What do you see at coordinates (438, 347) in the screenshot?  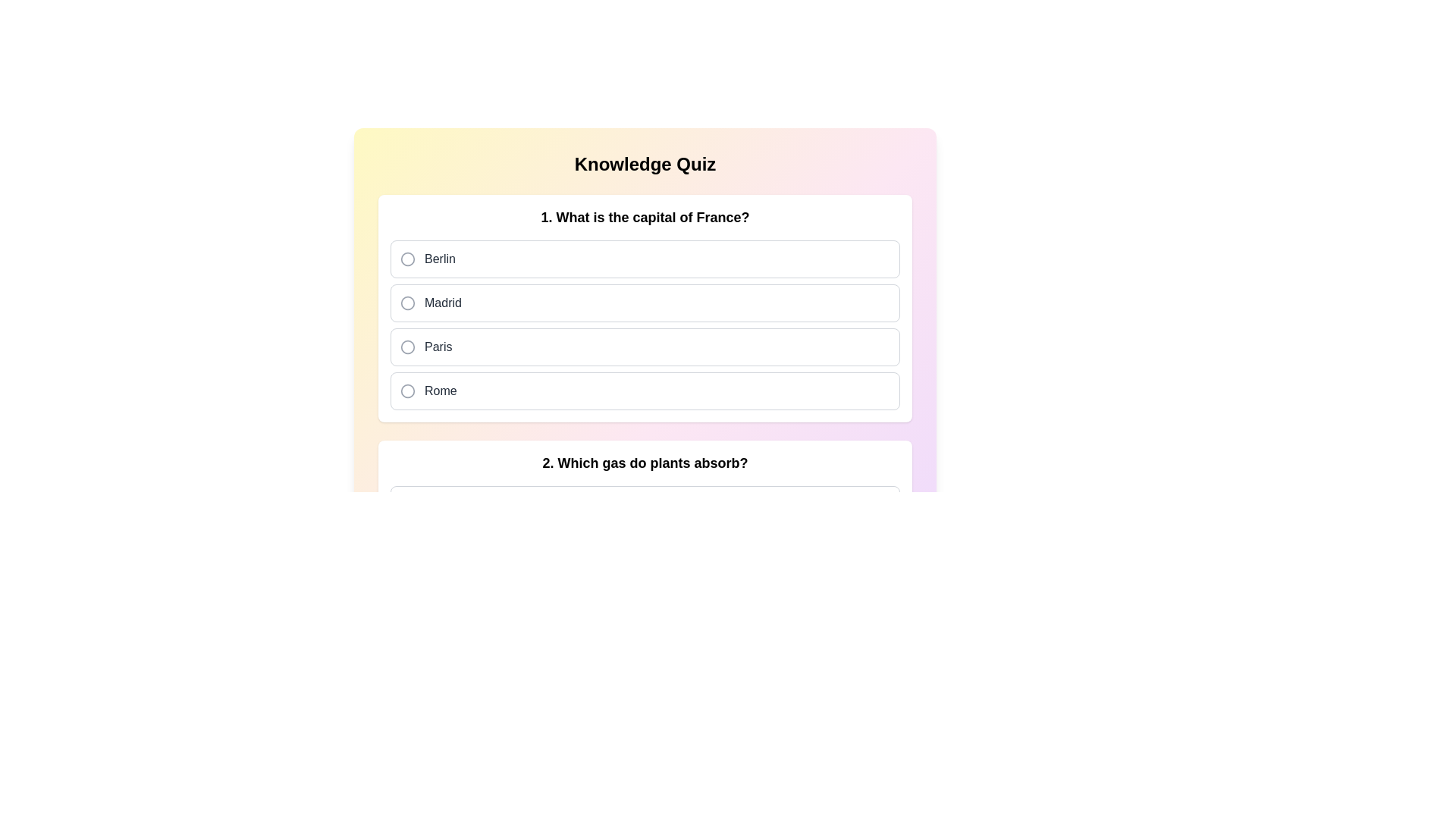 I see `the third option text label for the quiz question 'What is the capital of France?', which is positioned to the right of a circular radio button` at bounding box center [438, 347].